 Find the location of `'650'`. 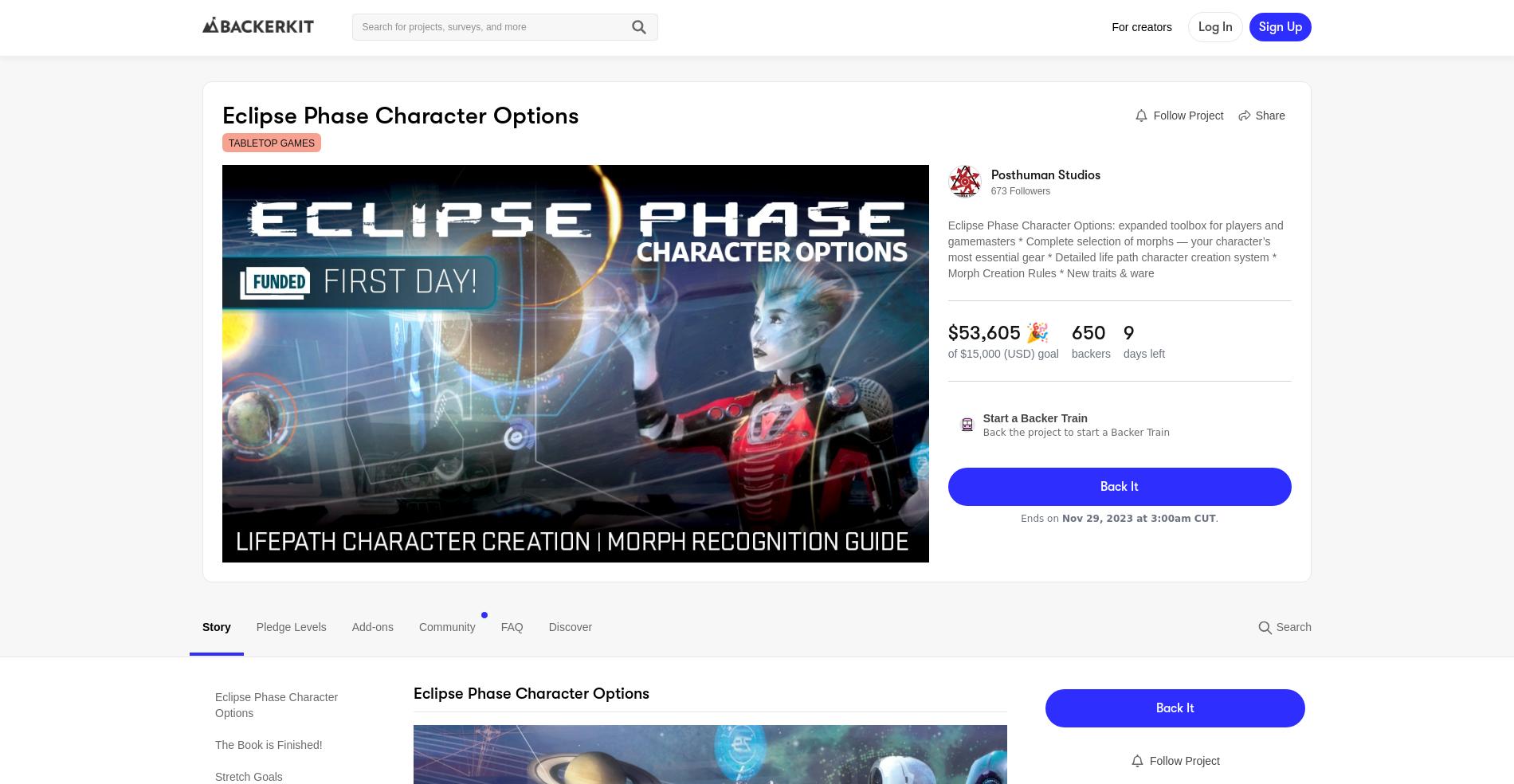

'650' is located at coordinates (1087, 333).